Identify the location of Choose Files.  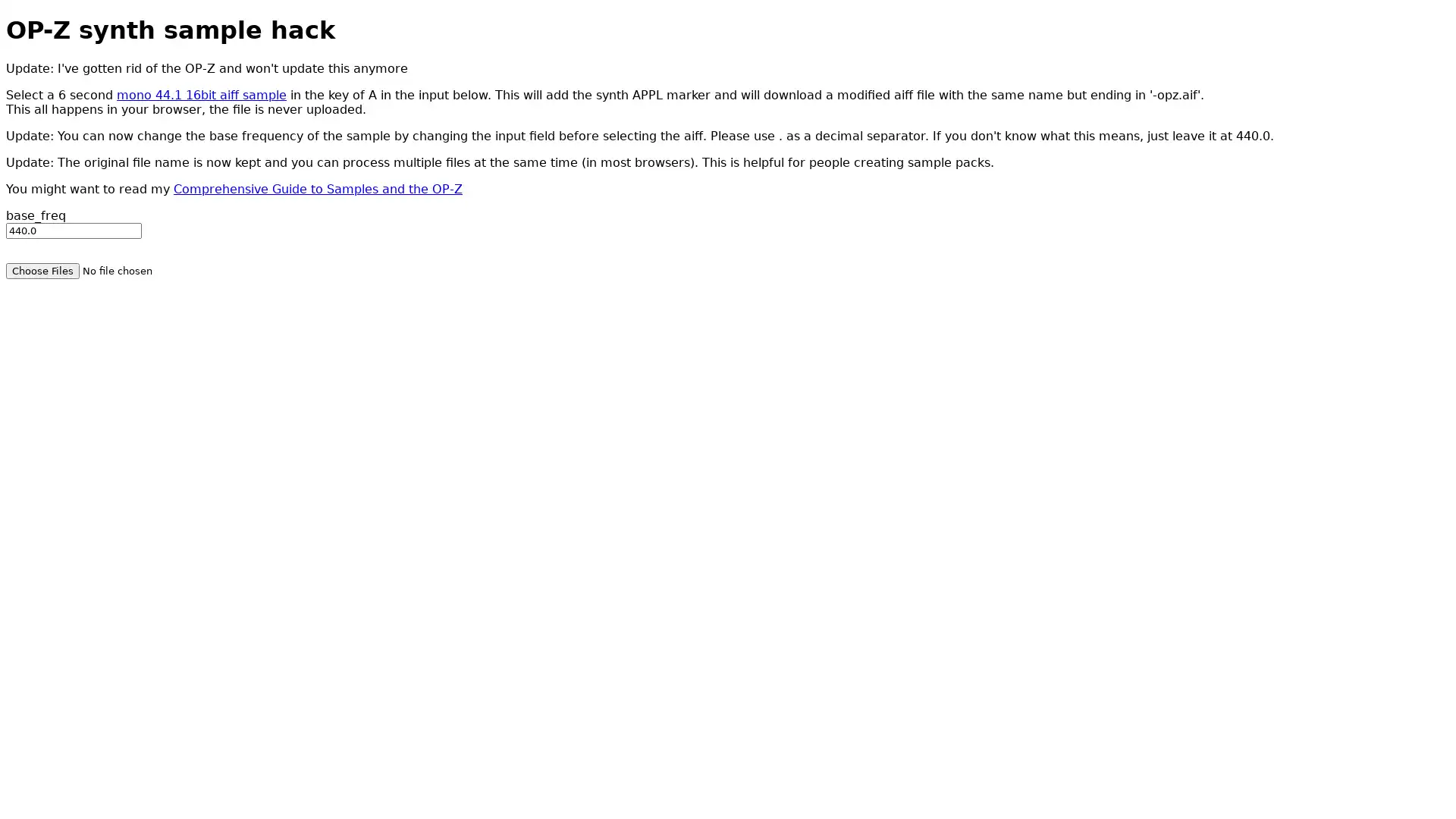
(42, 269).